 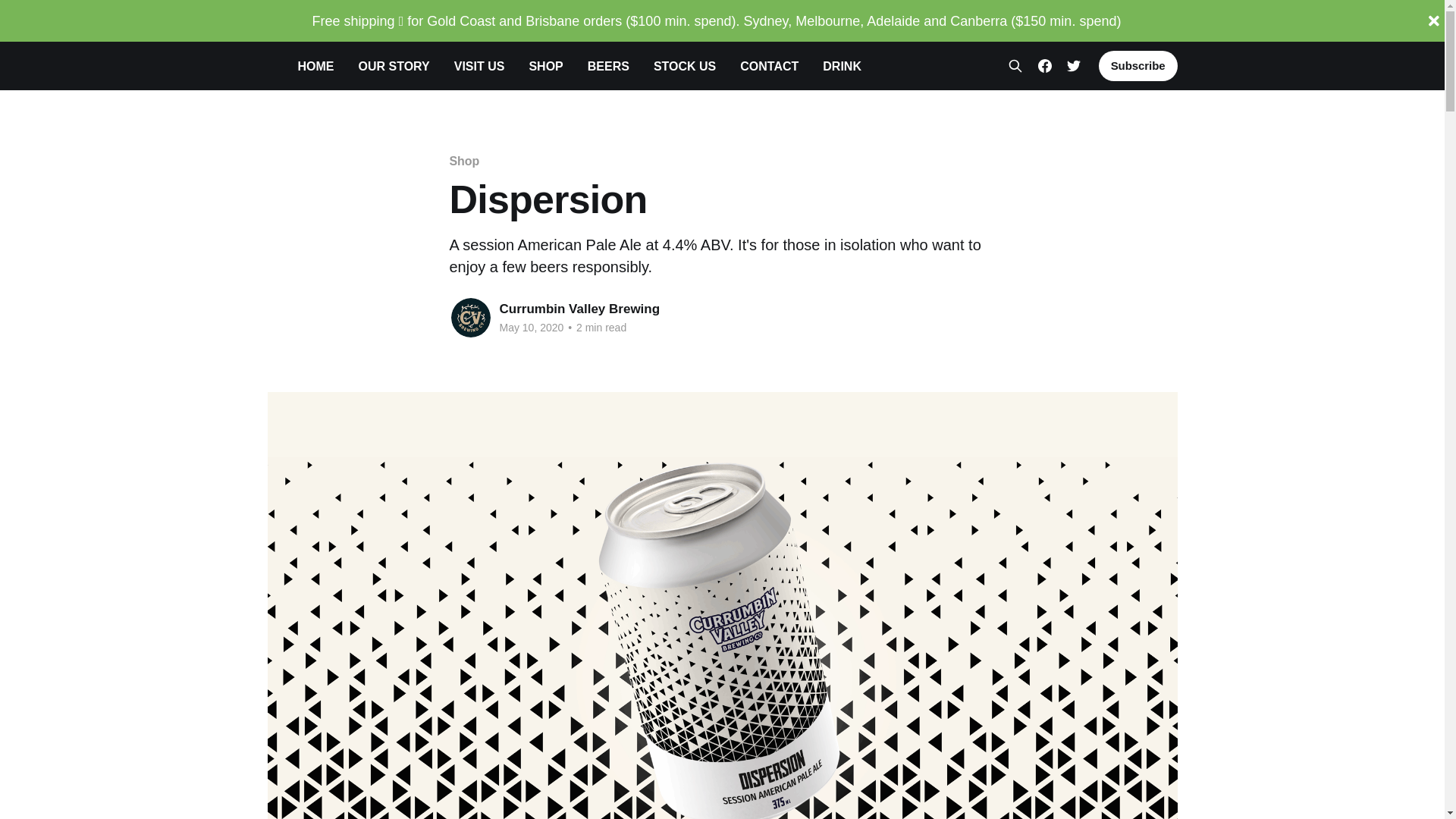 What do you see at coordinates (841, 65) in the screenshot?
I see `'DRINK'` at bounding box center [841, 65].